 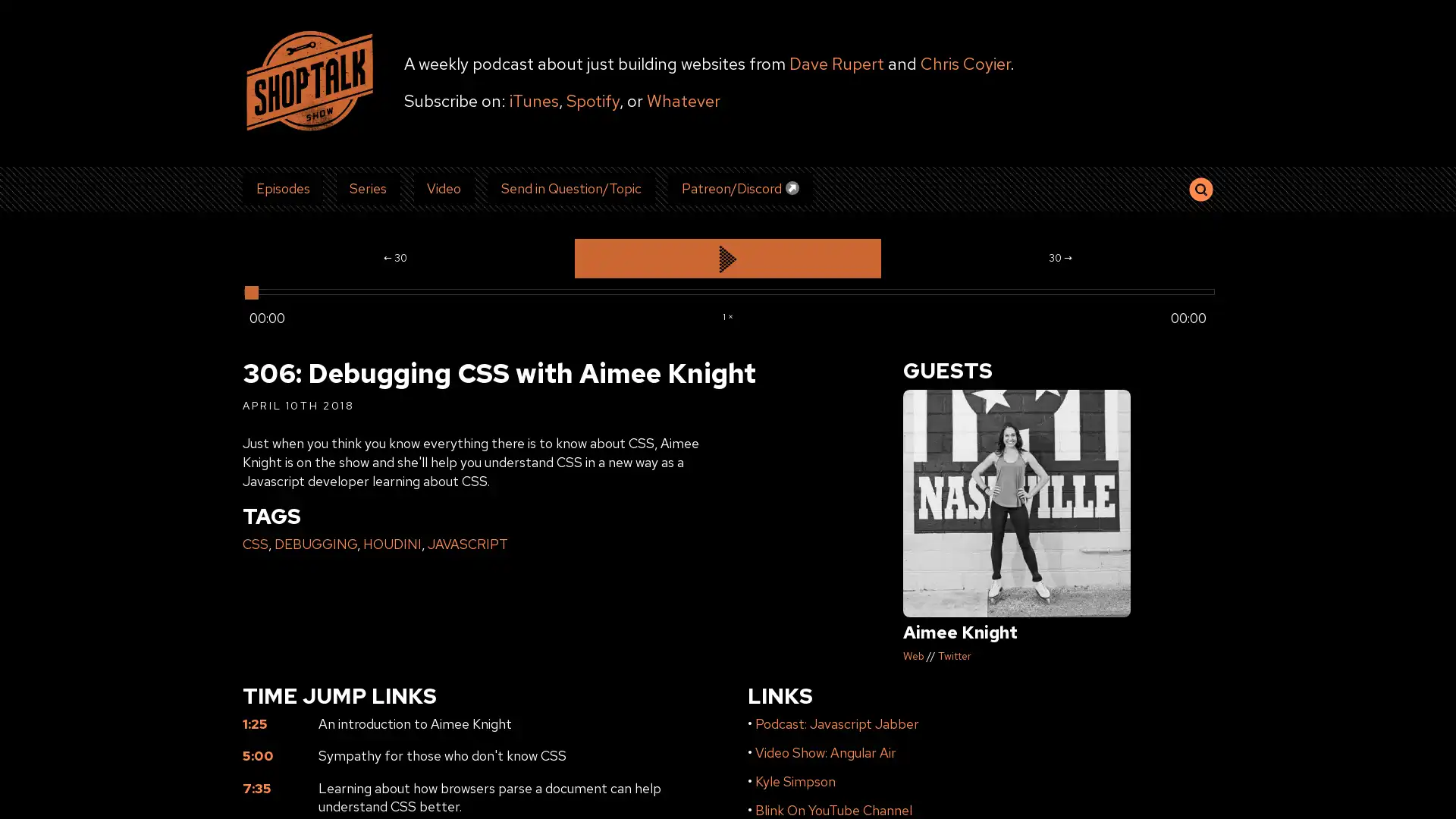 What do you see at coordinates (1059, 257) in the screenshot?
I see `Fast Forward 30 seconds` at bounding box center [1059, 257].